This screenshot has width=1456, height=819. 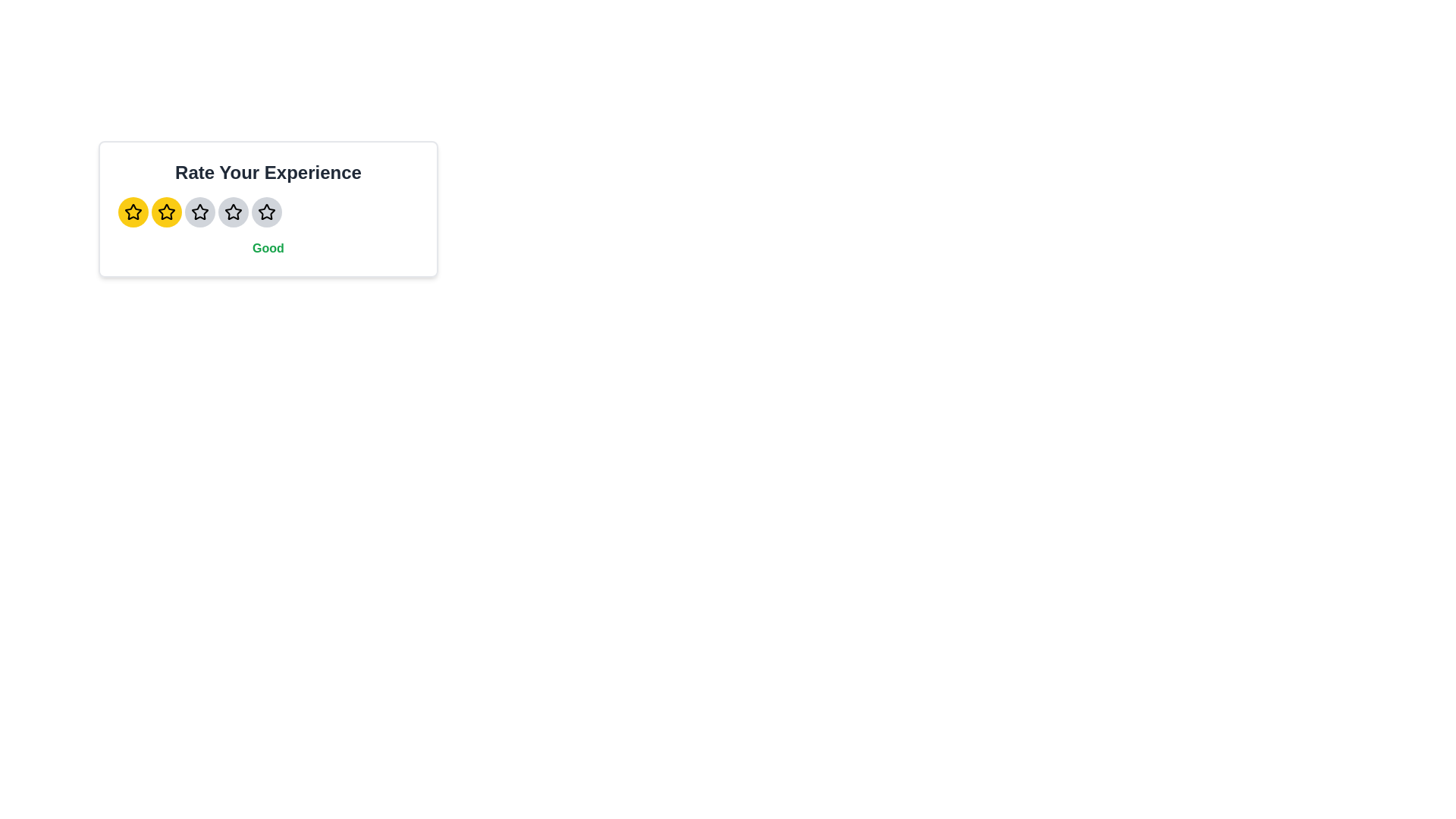 I want to click on the second star rating element located beneath the text 'Rate Your Experience', so click(x=167, y=212).